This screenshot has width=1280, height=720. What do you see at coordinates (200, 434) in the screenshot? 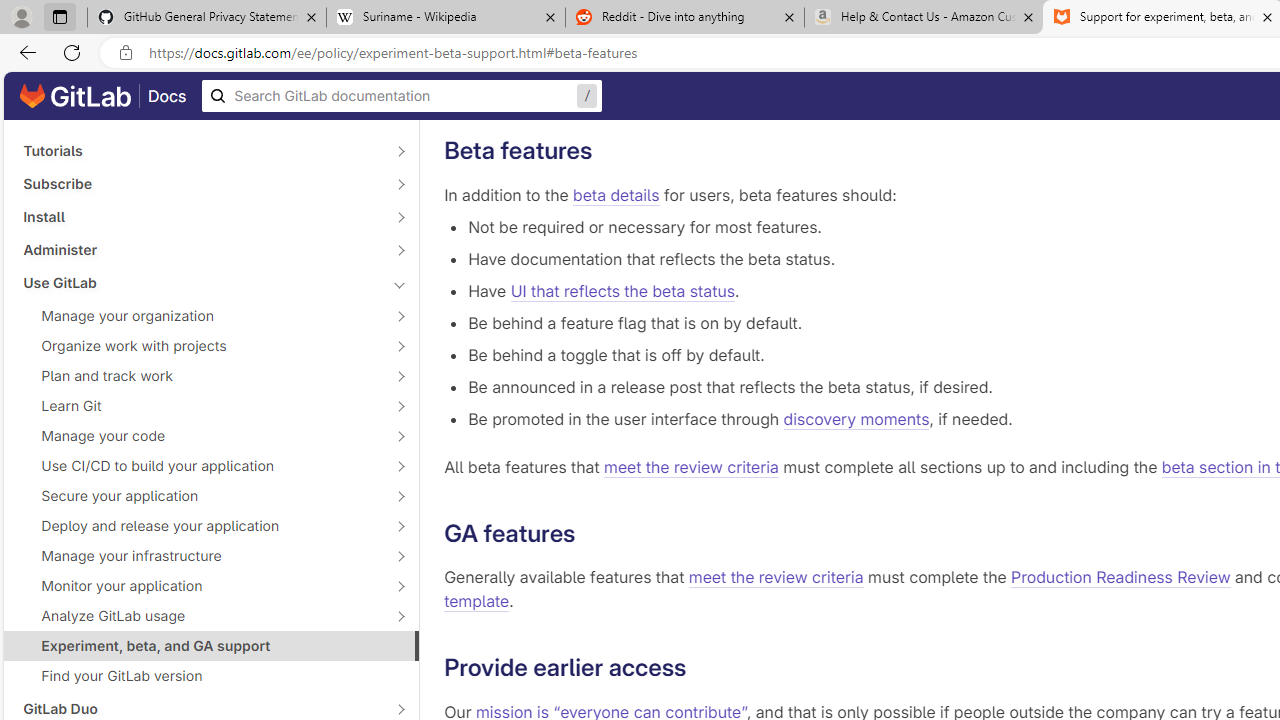
I see `'Manage your code'` at bounding box center [200, 434].